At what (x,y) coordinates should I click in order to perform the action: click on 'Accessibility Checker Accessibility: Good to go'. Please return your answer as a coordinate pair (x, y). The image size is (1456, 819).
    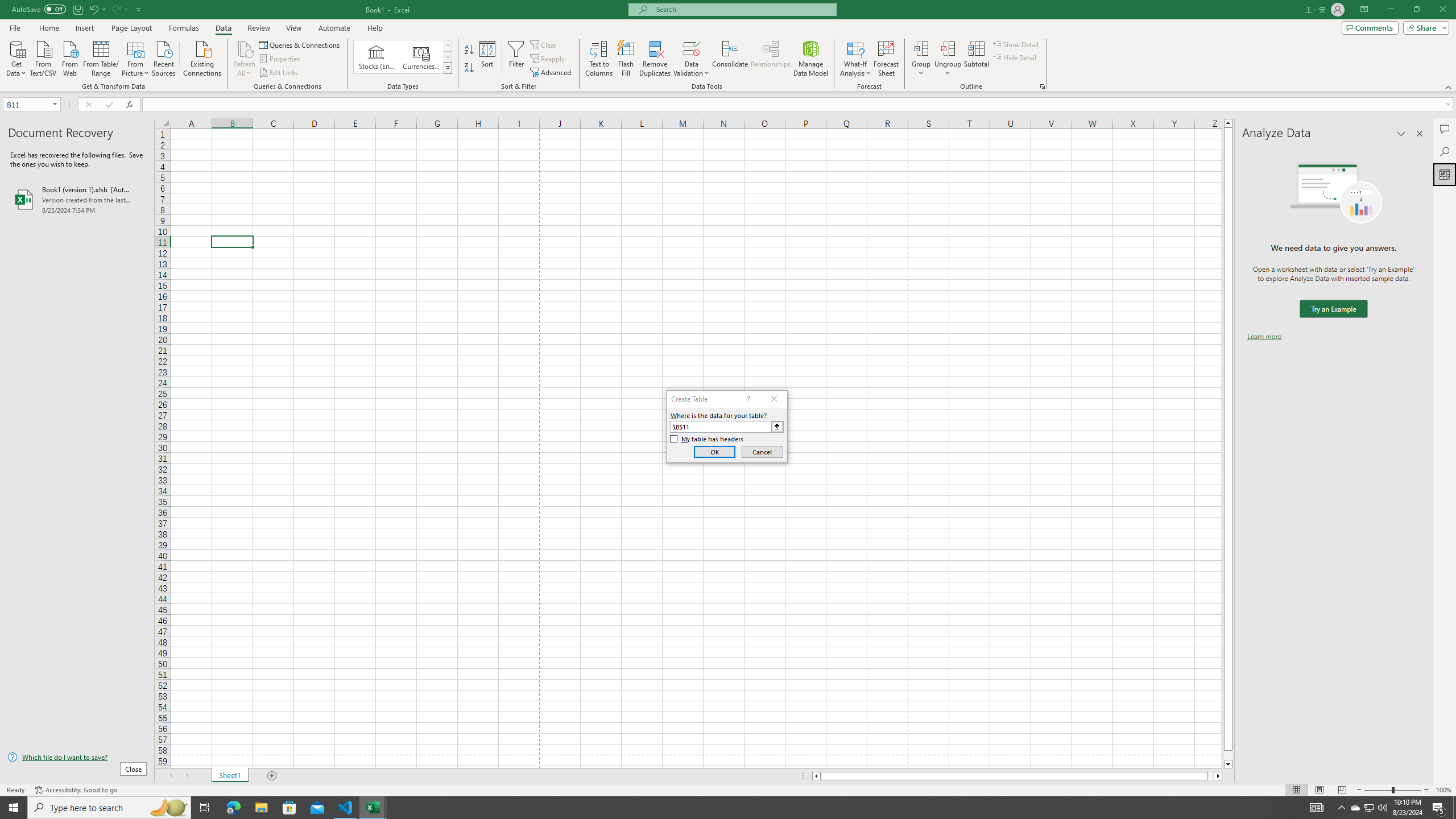
    Looking at the image, I should click on (76, 790).